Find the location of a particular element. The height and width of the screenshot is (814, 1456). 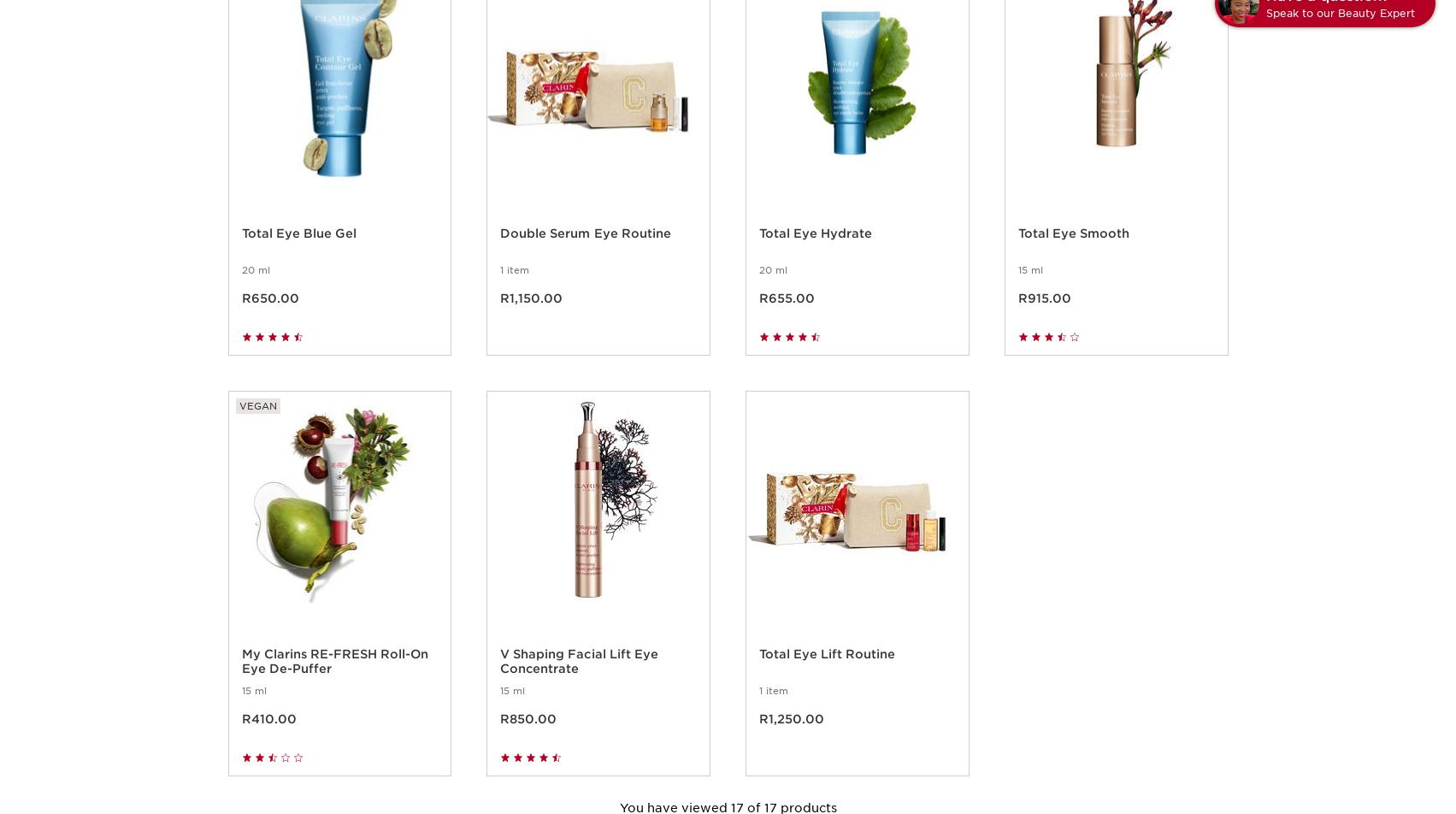

'Total Eye Blue Gel' is located at coordinates (298, 252).